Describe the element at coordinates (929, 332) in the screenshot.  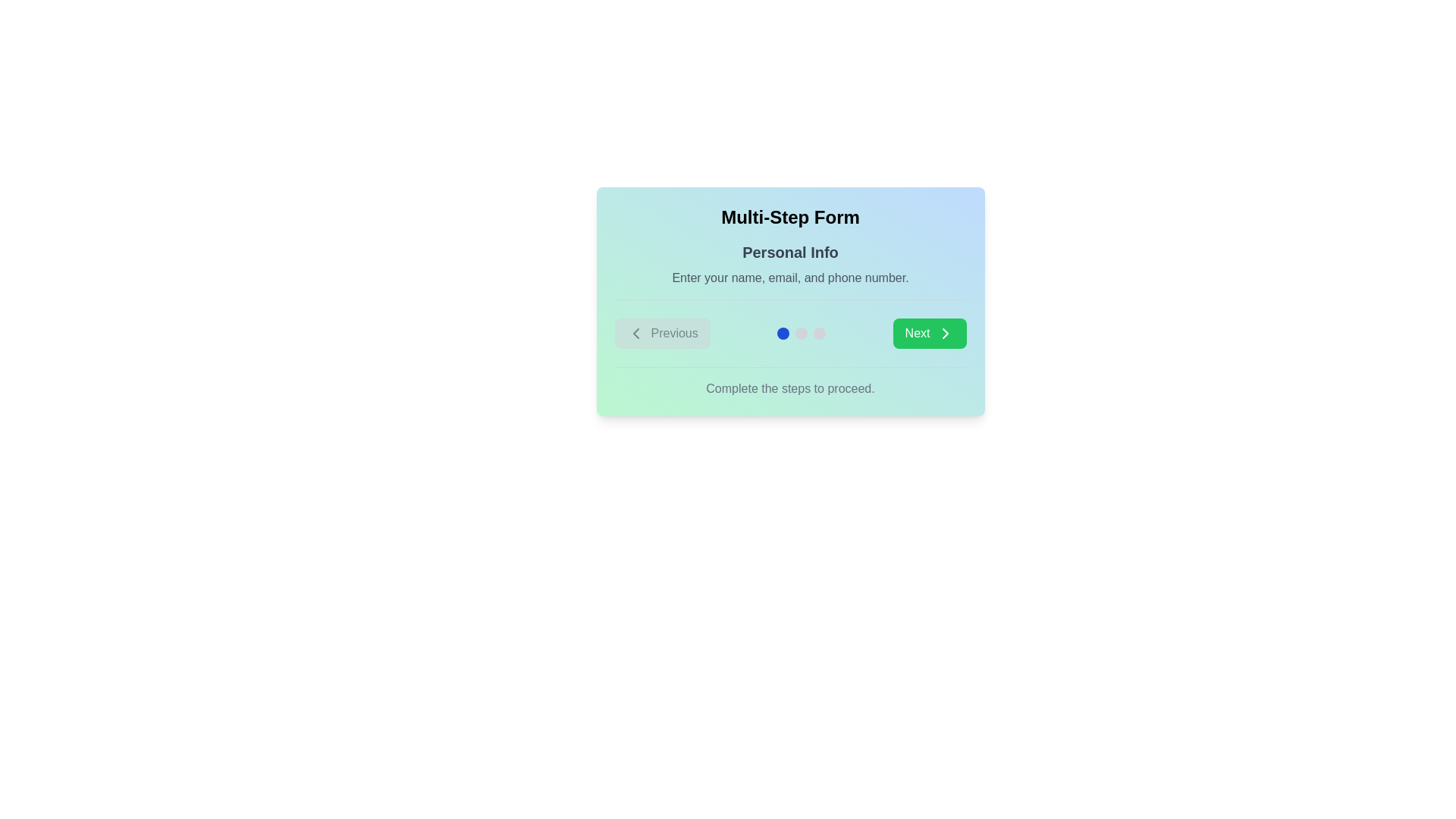
I see `the green 'Next' button with white text and a right-facing chevron icon to proceed` at that location.